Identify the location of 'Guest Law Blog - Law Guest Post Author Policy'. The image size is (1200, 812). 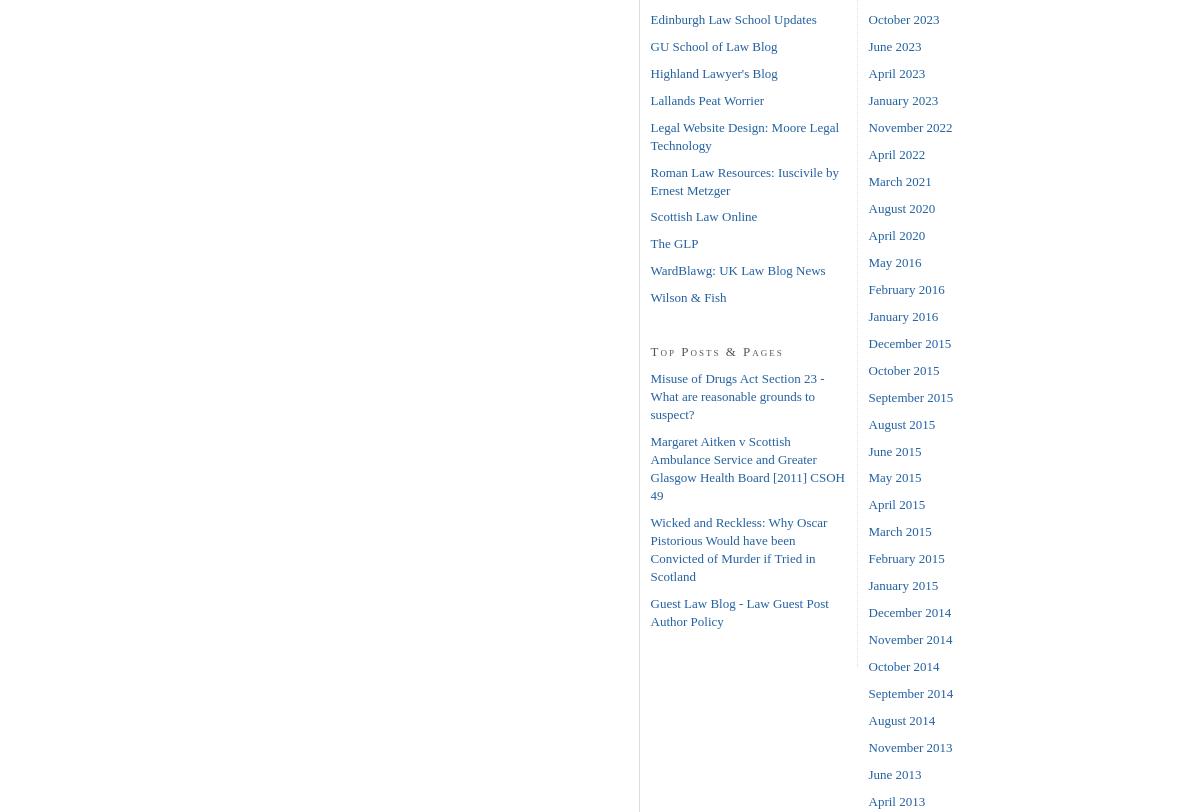
(650, 612).